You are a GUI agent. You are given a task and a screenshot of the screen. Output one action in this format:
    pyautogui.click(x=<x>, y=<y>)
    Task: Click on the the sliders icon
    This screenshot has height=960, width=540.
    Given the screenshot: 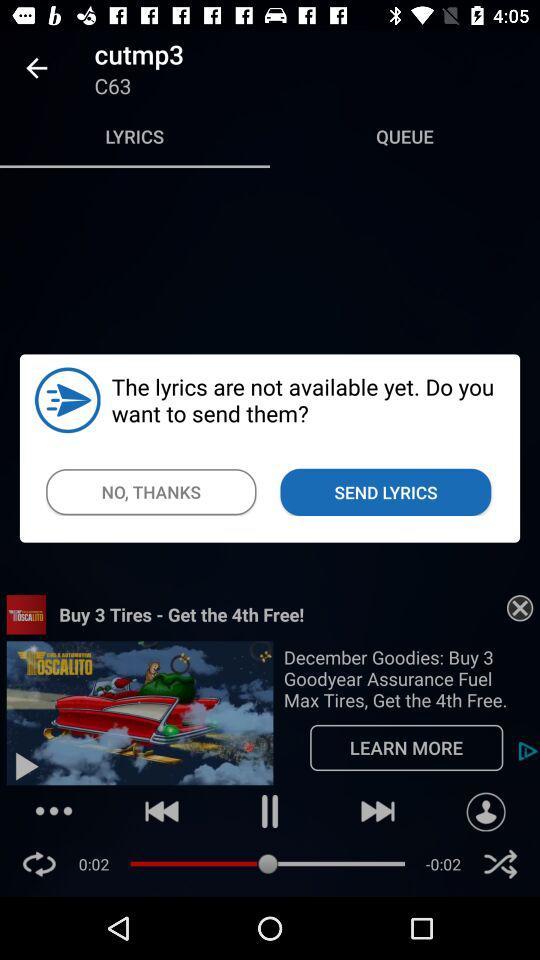 What is the action you would take?
    pyautogui.click(x=54, y=811)
    